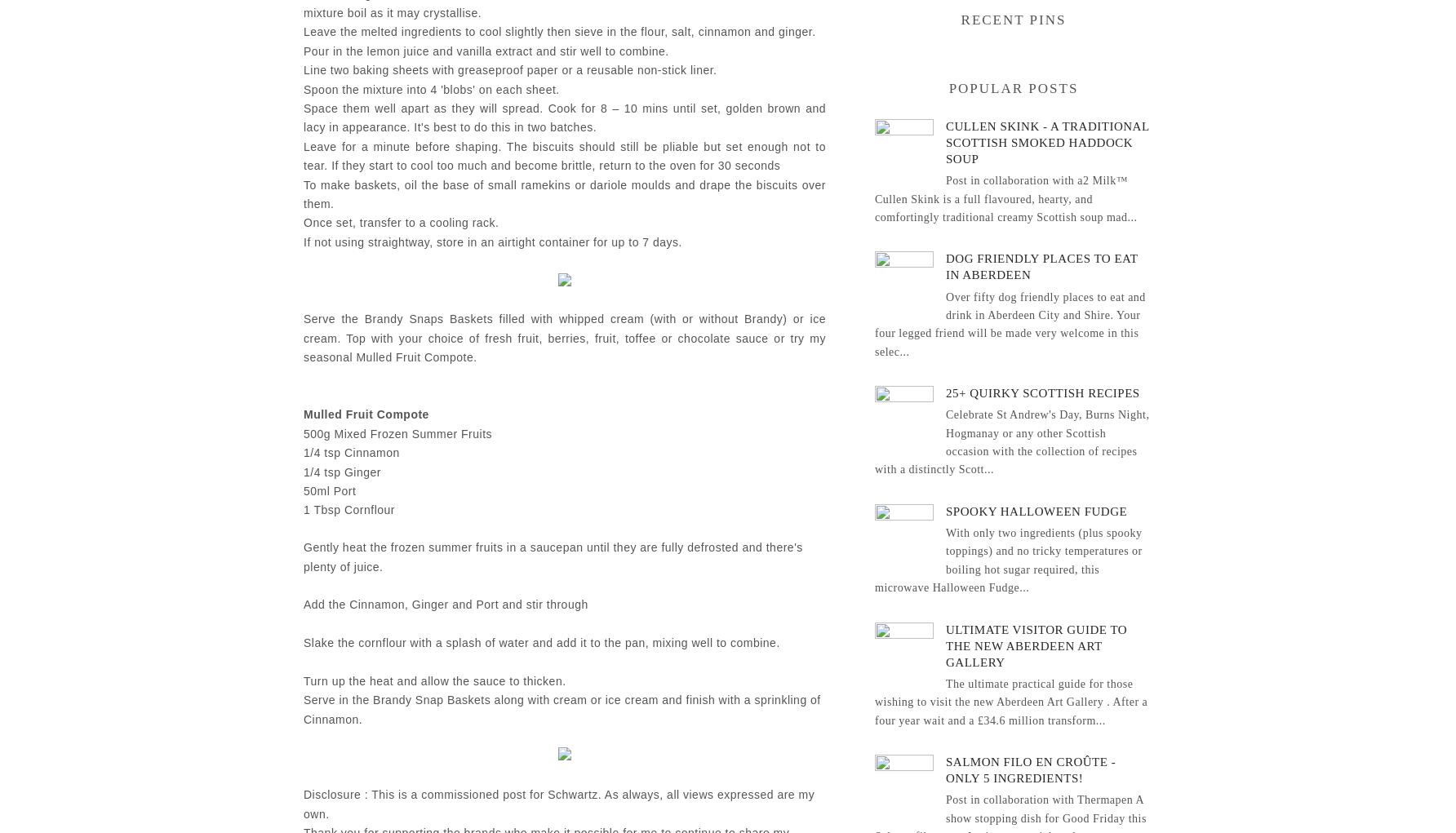  What do you see at coordinates (1010, 701) in the screenshot?
I see `'The ultimate practical guide for those wishing to visit the new Aberdeen Art Gallery . After a four year wait and a £34.6 million transform...'` at bounding box center [1010, 701].